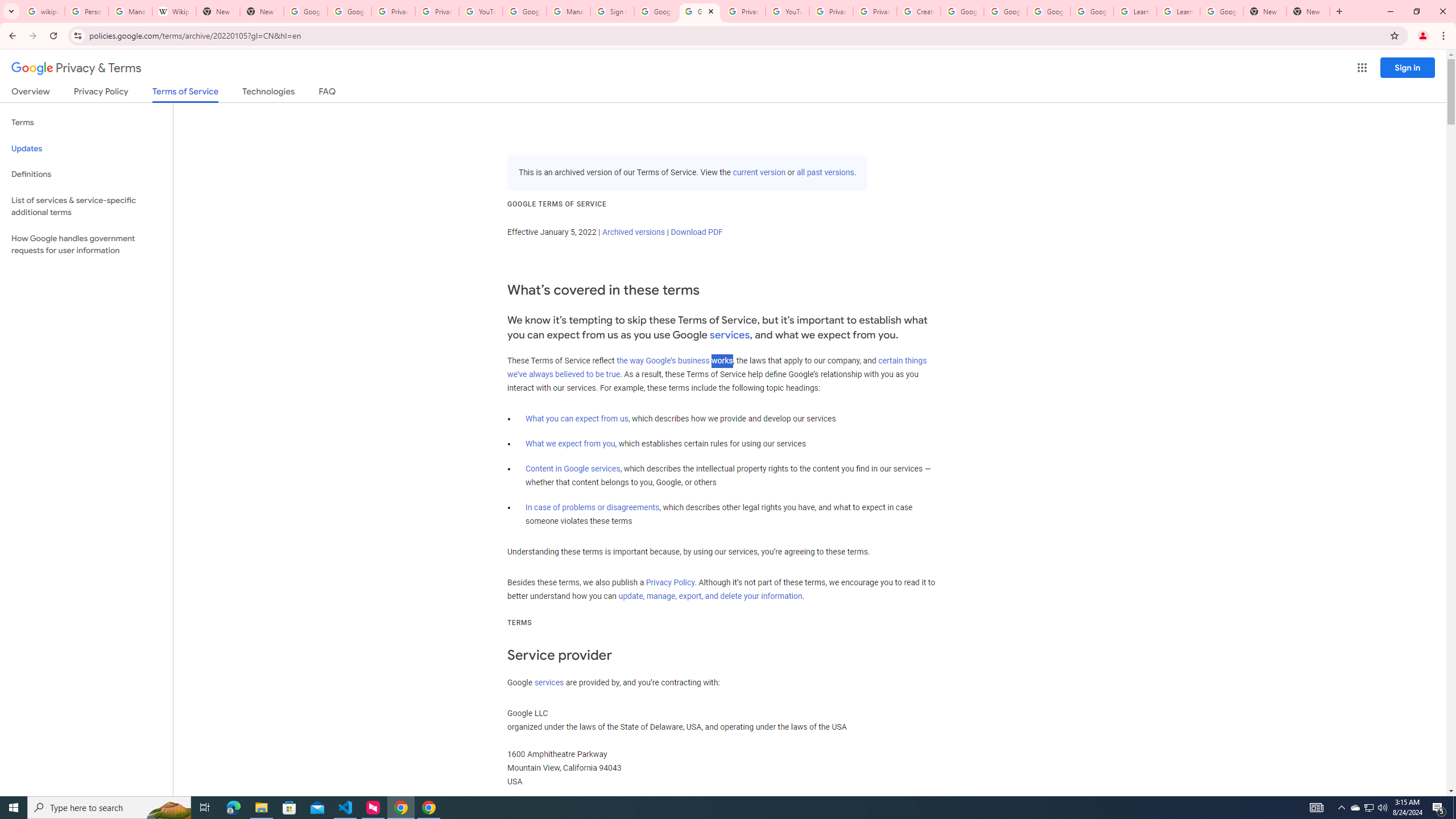 The image size is (1456, 819). What do you see at coordinates (612, 11) in the screenshot?
I see `'Sign in - Google Accounts'` at bounding box center [612, 11].